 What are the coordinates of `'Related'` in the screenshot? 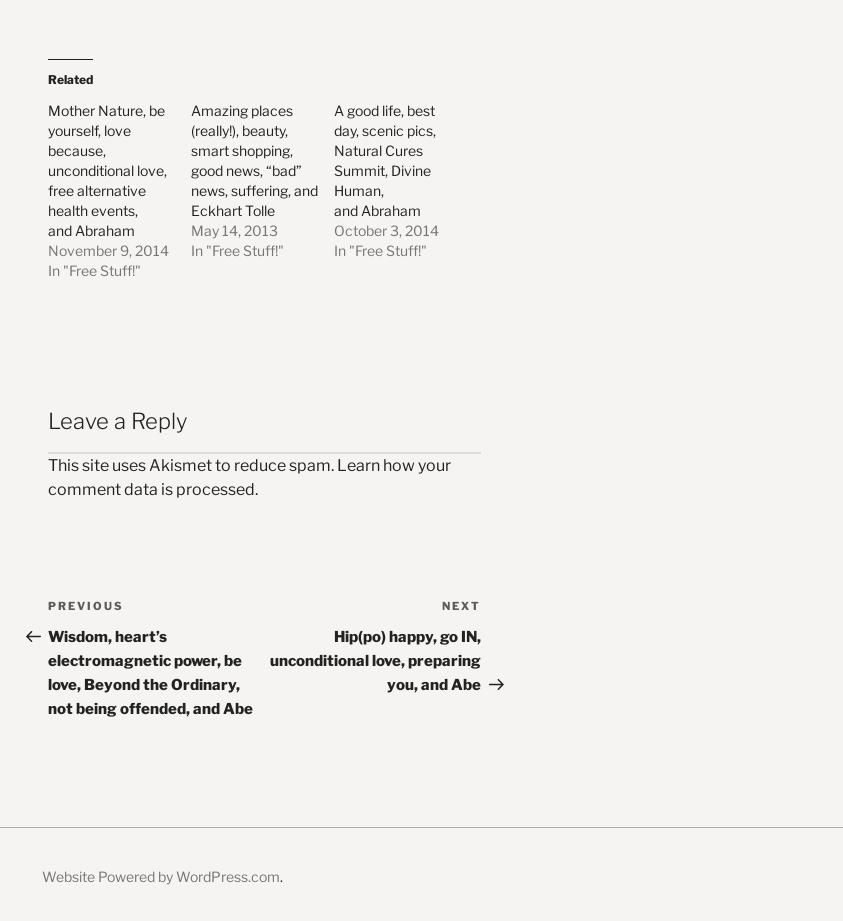 It's located at (69, 79).